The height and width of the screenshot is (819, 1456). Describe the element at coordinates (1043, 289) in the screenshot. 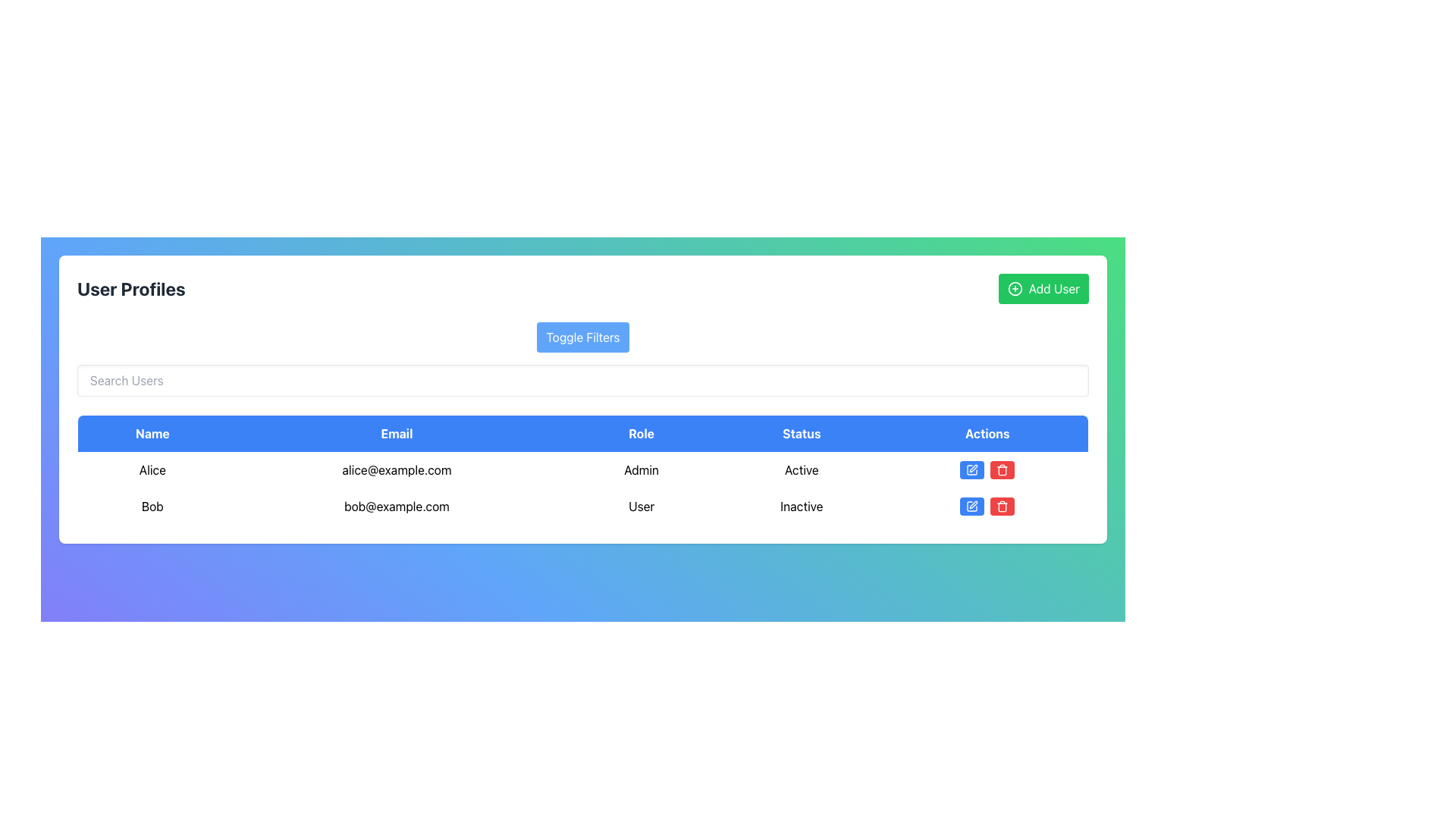

I see `the button used to initiate the process of adding a new user, located at the top-right corner of the visible section` at that location.